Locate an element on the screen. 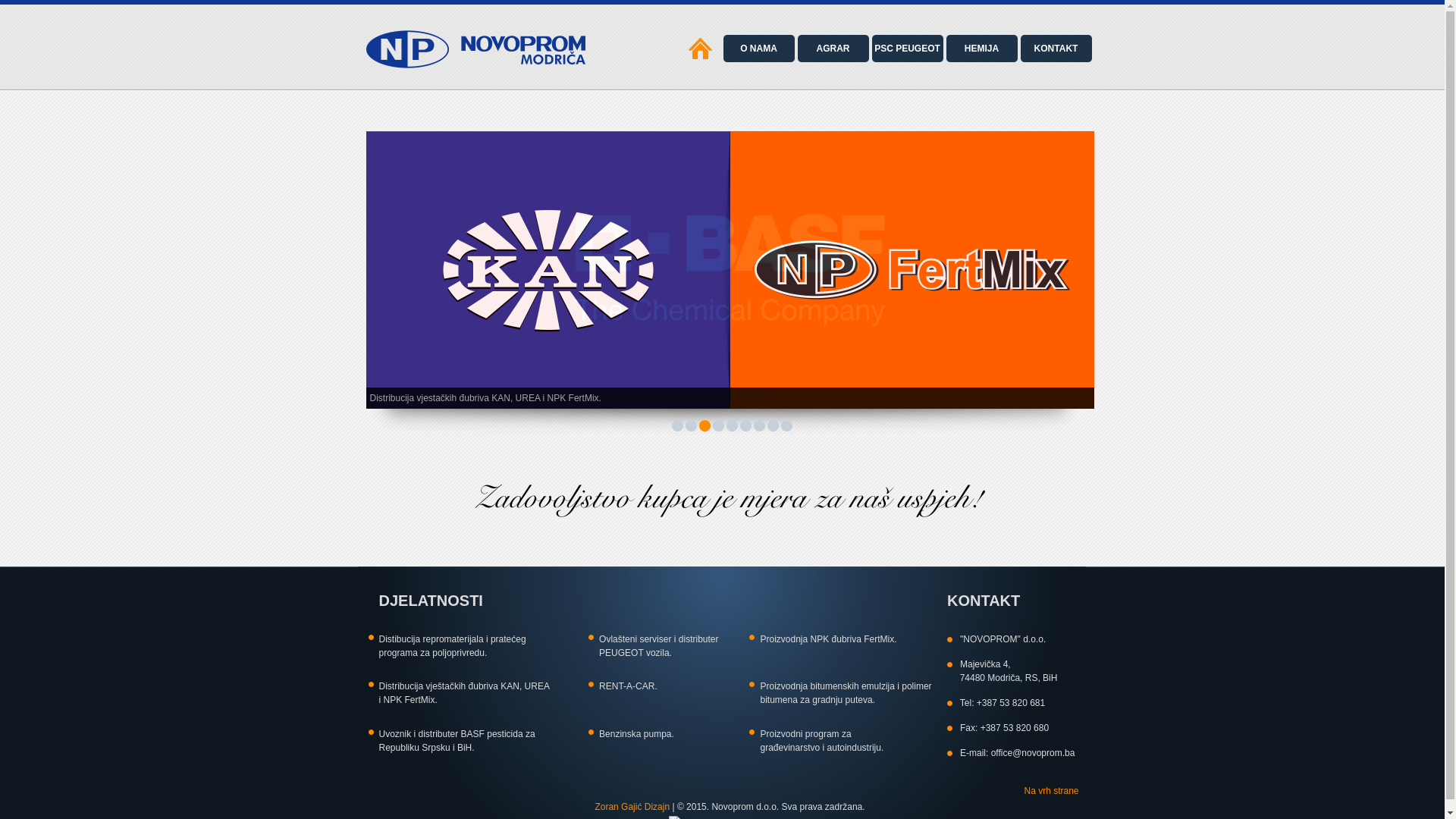  'Na vrh strane' is located at coordinates (1050, 789).